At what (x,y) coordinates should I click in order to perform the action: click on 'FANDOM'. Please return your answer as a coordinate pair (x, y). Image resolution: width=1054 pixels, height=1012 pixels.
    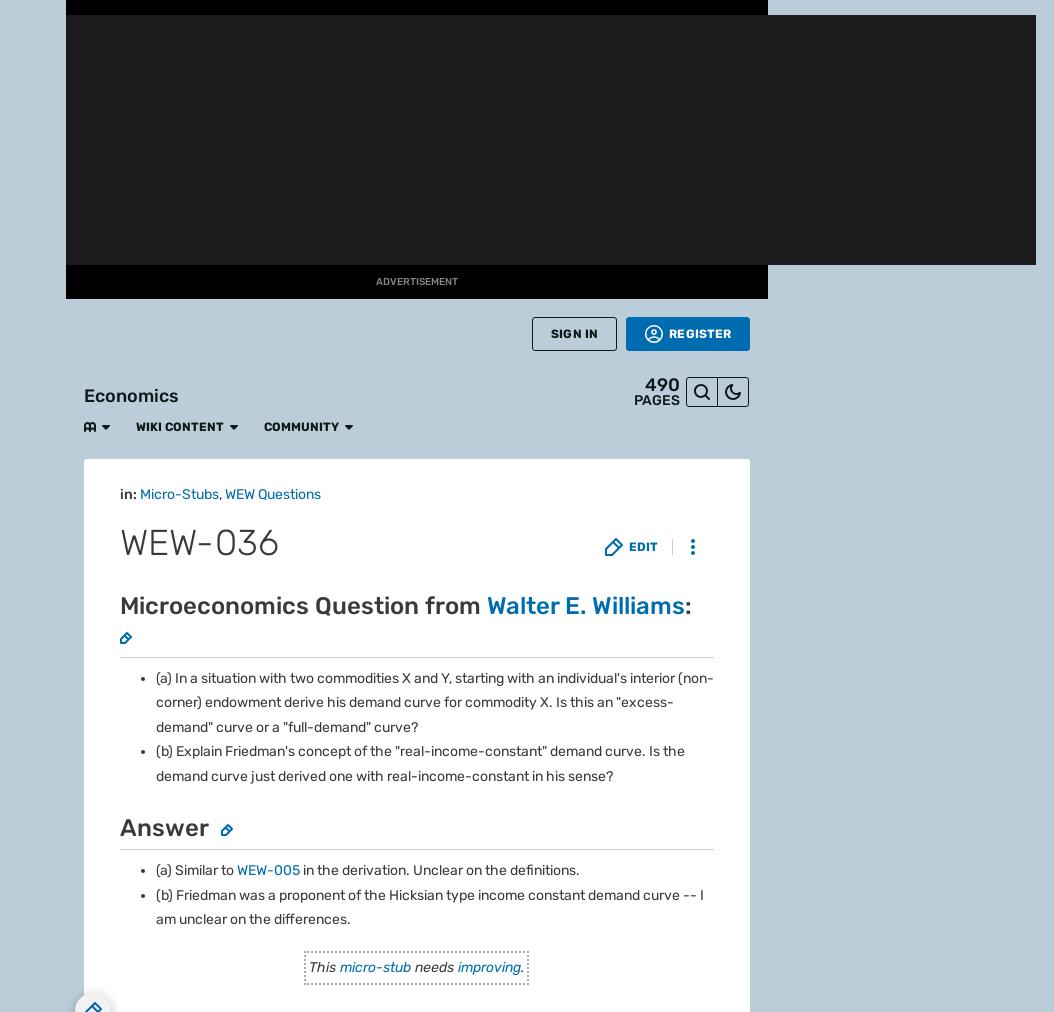
    Looking at the image, I should click on (32, 65).